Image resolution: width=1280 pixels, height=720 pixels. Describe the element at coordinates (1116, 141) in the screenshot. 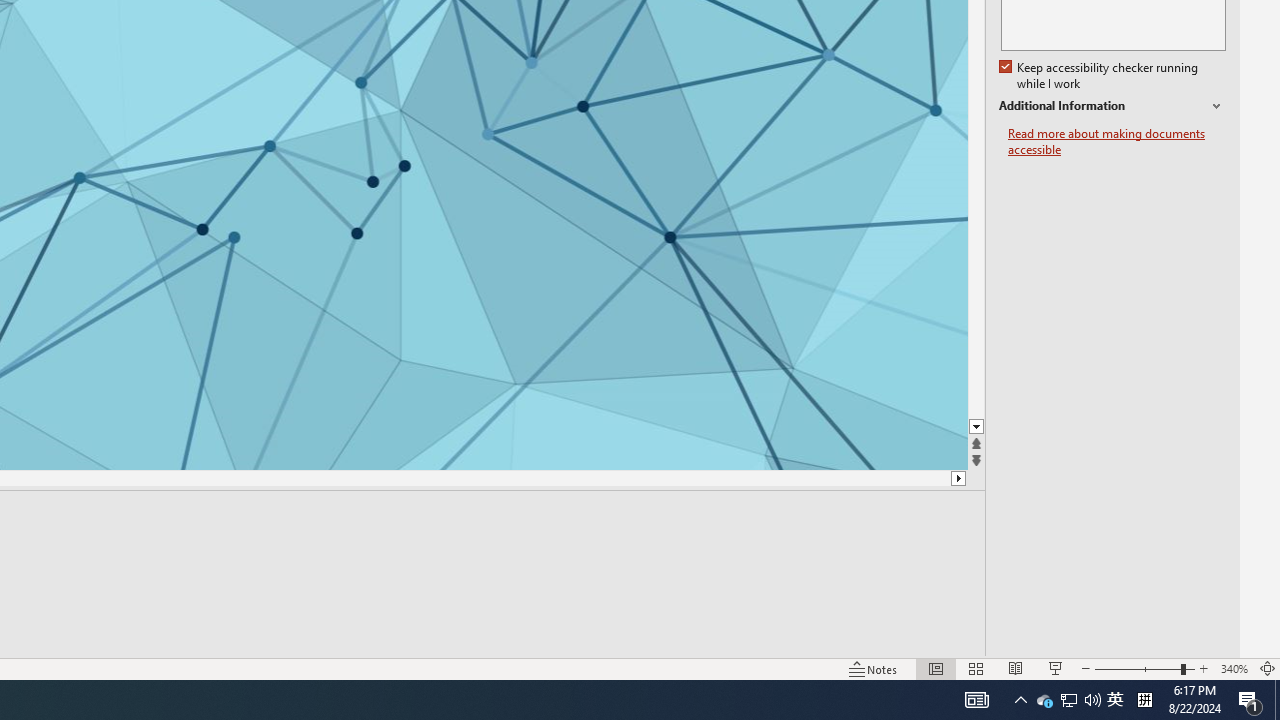

I see `'Read more about making documents accessible'` at that location.